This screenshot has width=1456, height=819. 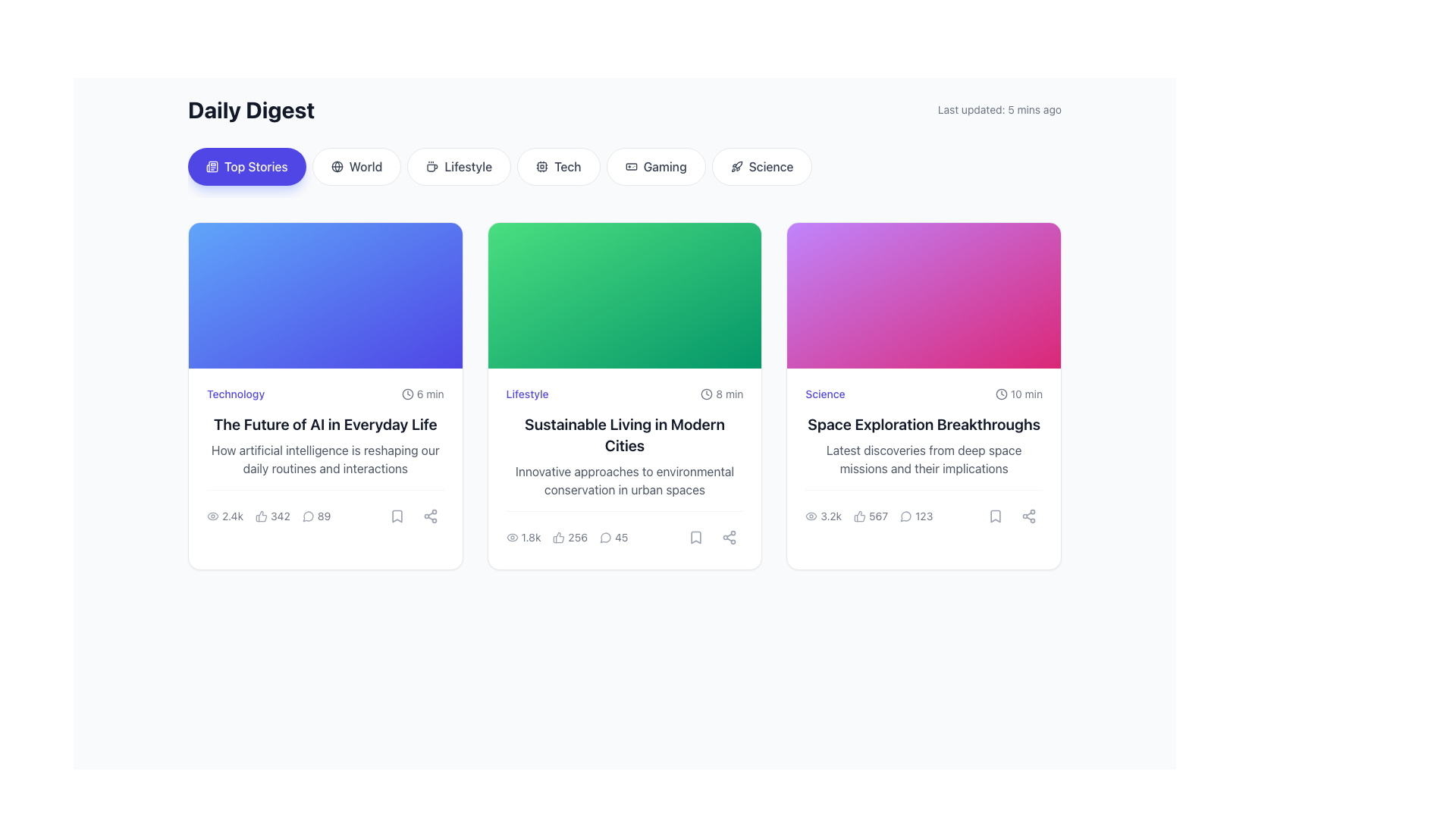 What do you see at coordinates (224, 516) in the screenshot?
I see `the visual indicator displaying a view count of '2.4k' featuring an eye icon, located at the bottom left of the 'The Future of AI in Everyday Life' article card` at bounding box center [224, 516].